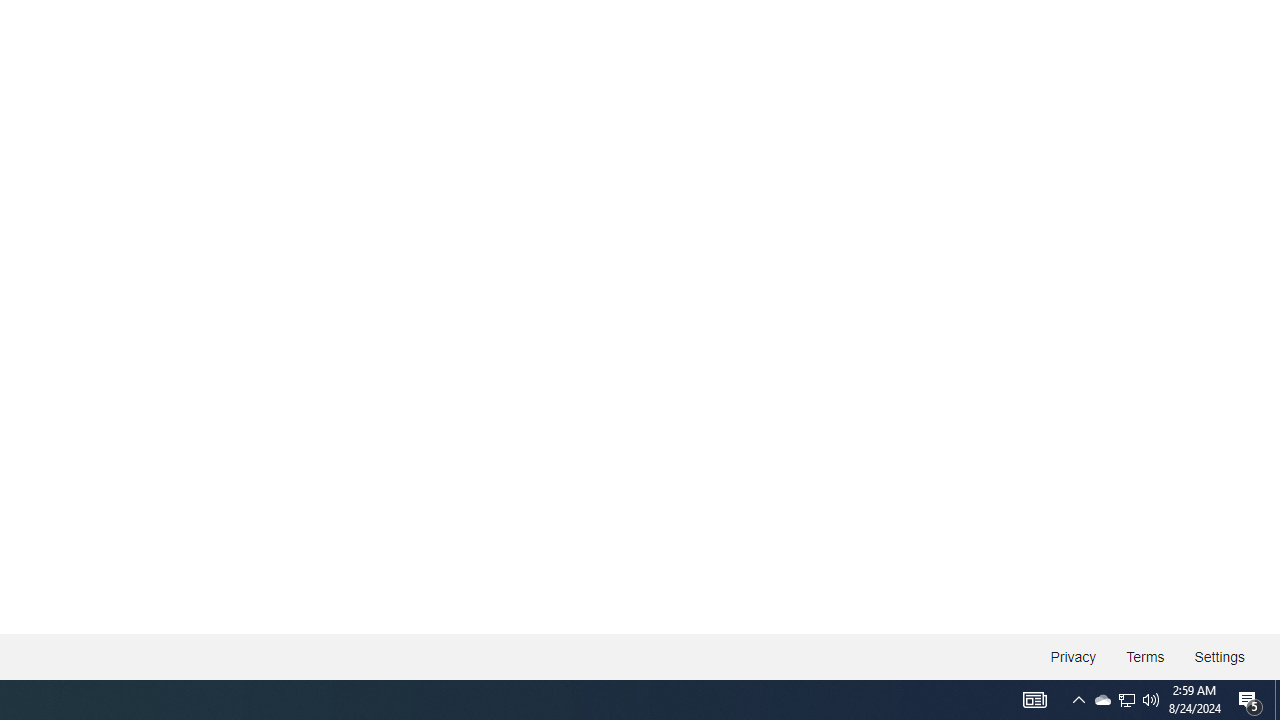 This screenshot has width=1280, height=720. Describe the element at coordinates (1072, 657) in the screenshot. I see `'Privacy'` at that location.